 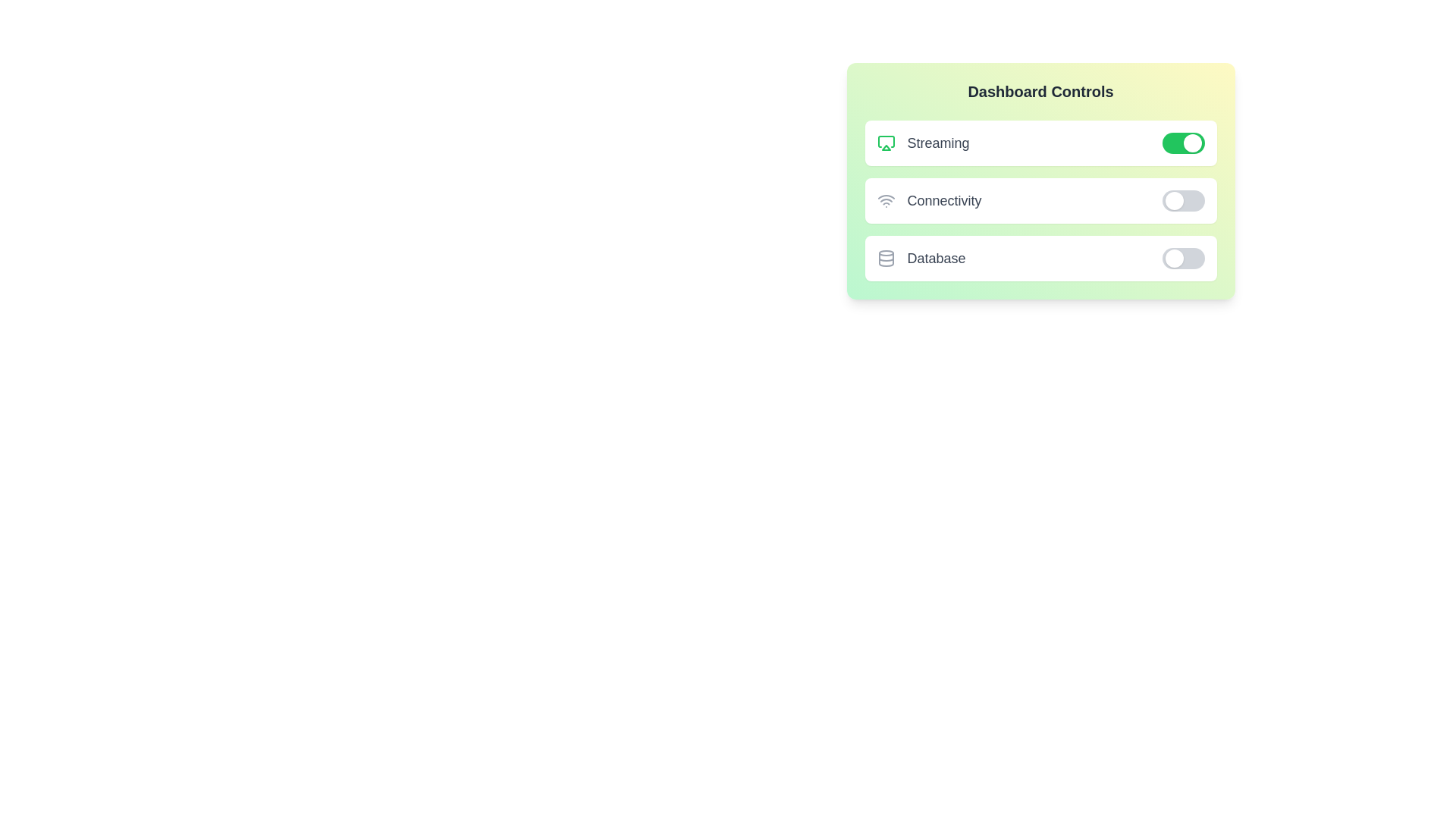 I want to click on the 'Streaming' widget's switch to toggle its state, so click(x=1182, y=143).